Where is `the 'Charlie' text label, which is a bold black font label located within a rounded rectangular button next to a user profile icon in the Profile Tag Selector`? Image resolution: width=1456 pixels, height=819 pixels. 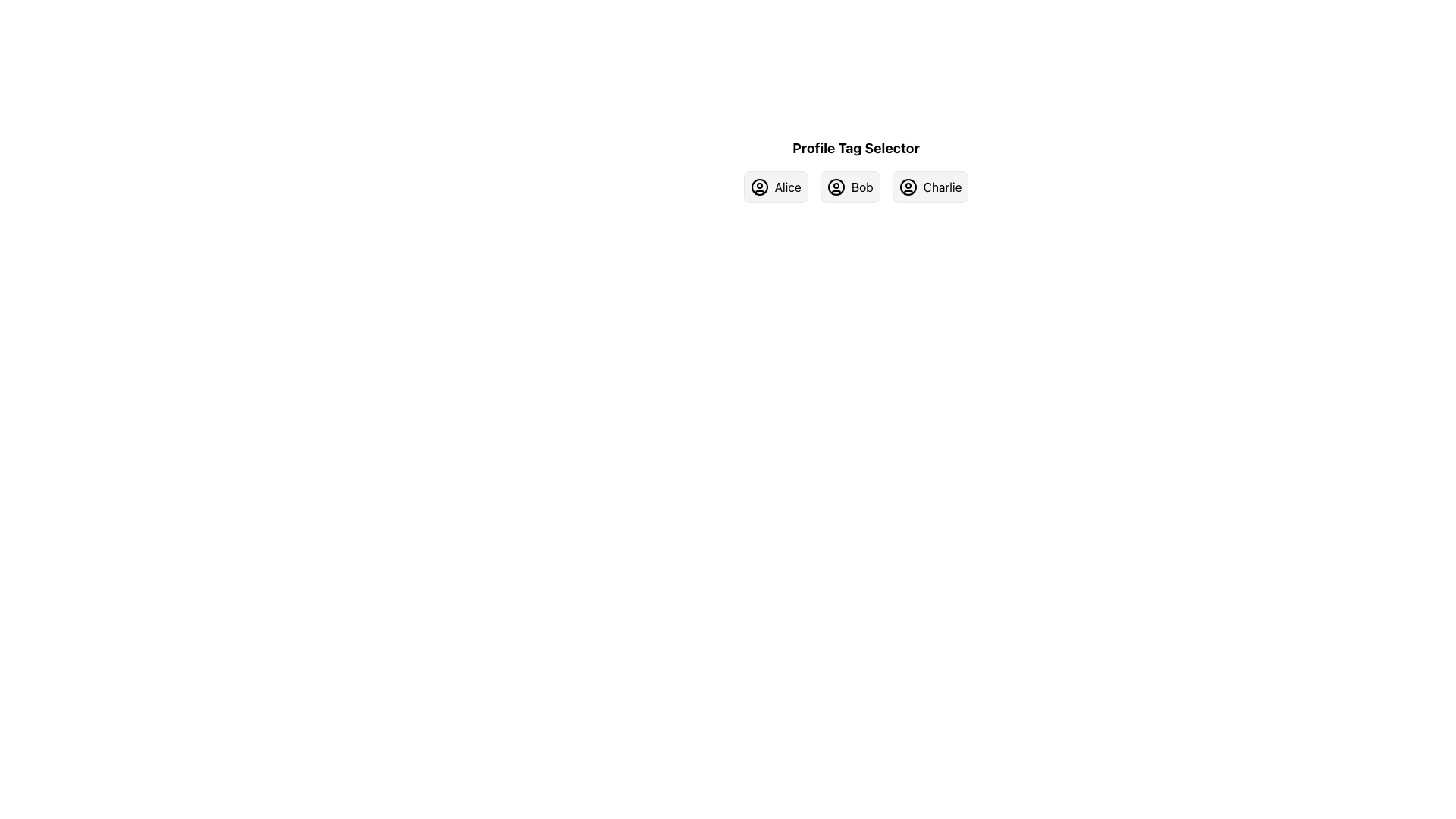 the 'Charlie' text label, which is a bold black font label located within a rounded rectangular button next to a user profile icon in the Profile Tag Selector is located at coordinates (942, 186).